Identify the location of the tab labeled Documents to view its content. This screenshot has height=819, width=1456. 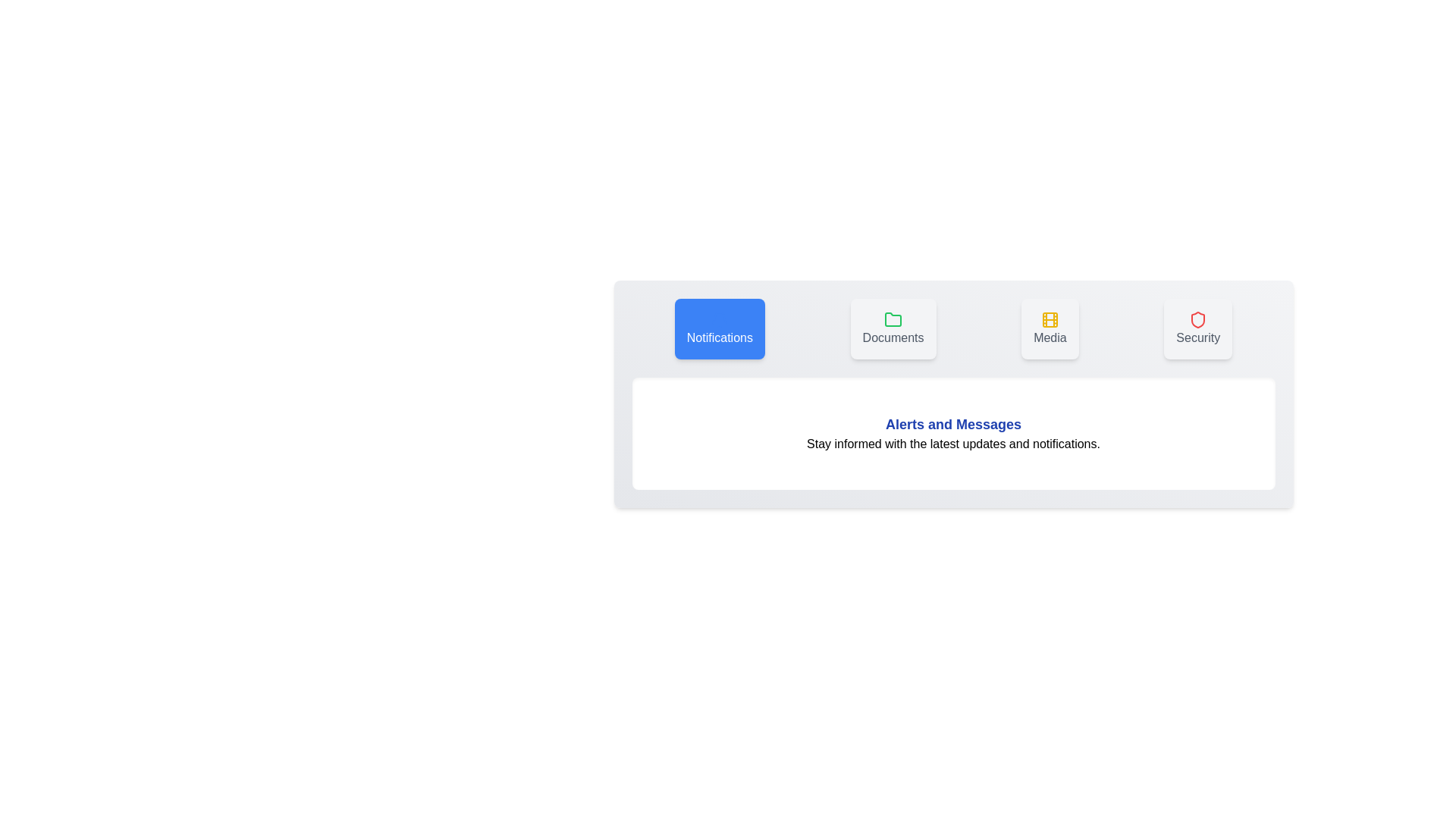
(893, 328).